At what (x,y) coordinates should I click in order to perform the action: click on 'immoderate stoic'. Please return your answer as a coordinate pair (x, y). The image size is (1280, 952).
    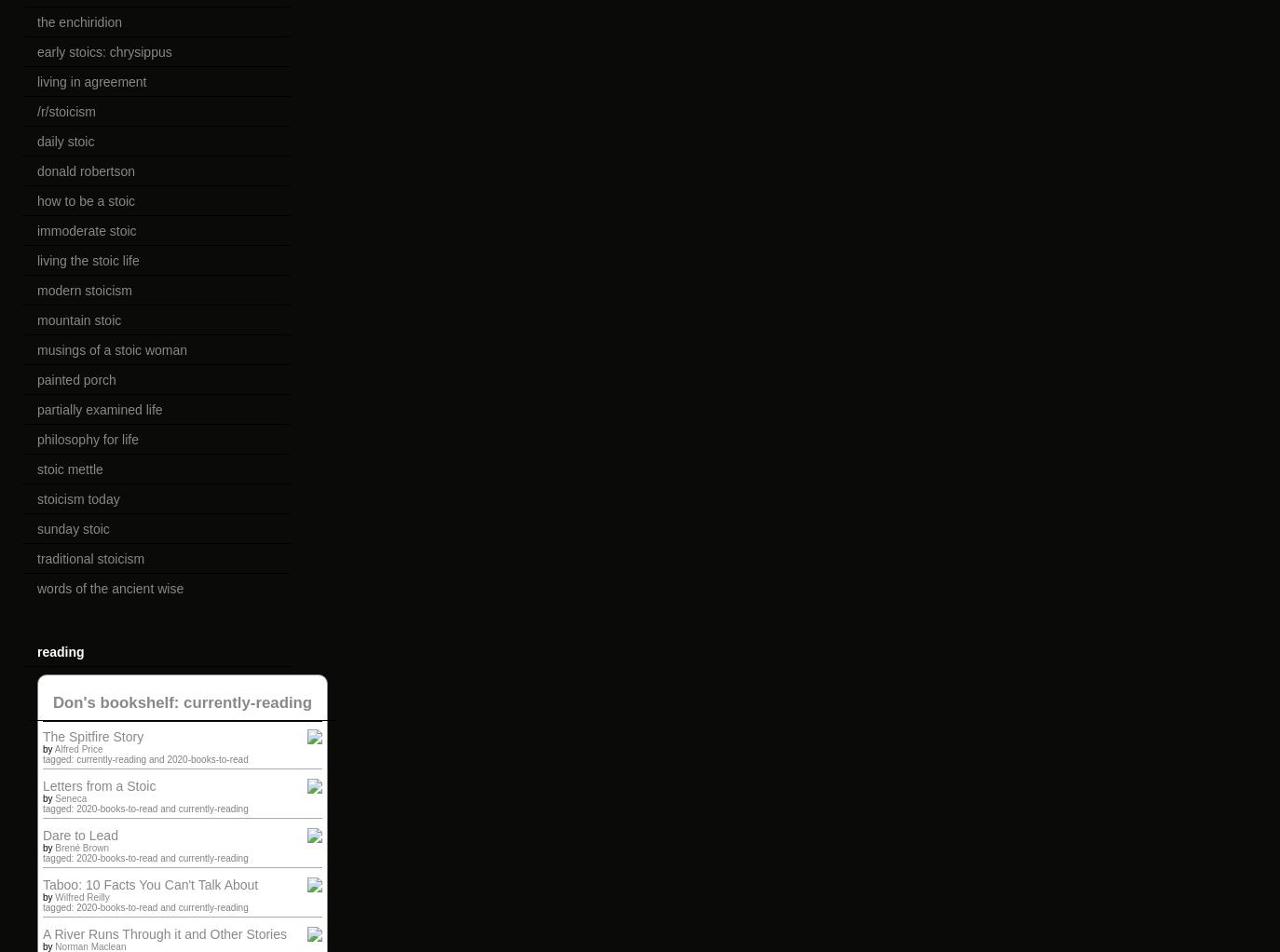
    Looking at the image, I should click on (86, 229).